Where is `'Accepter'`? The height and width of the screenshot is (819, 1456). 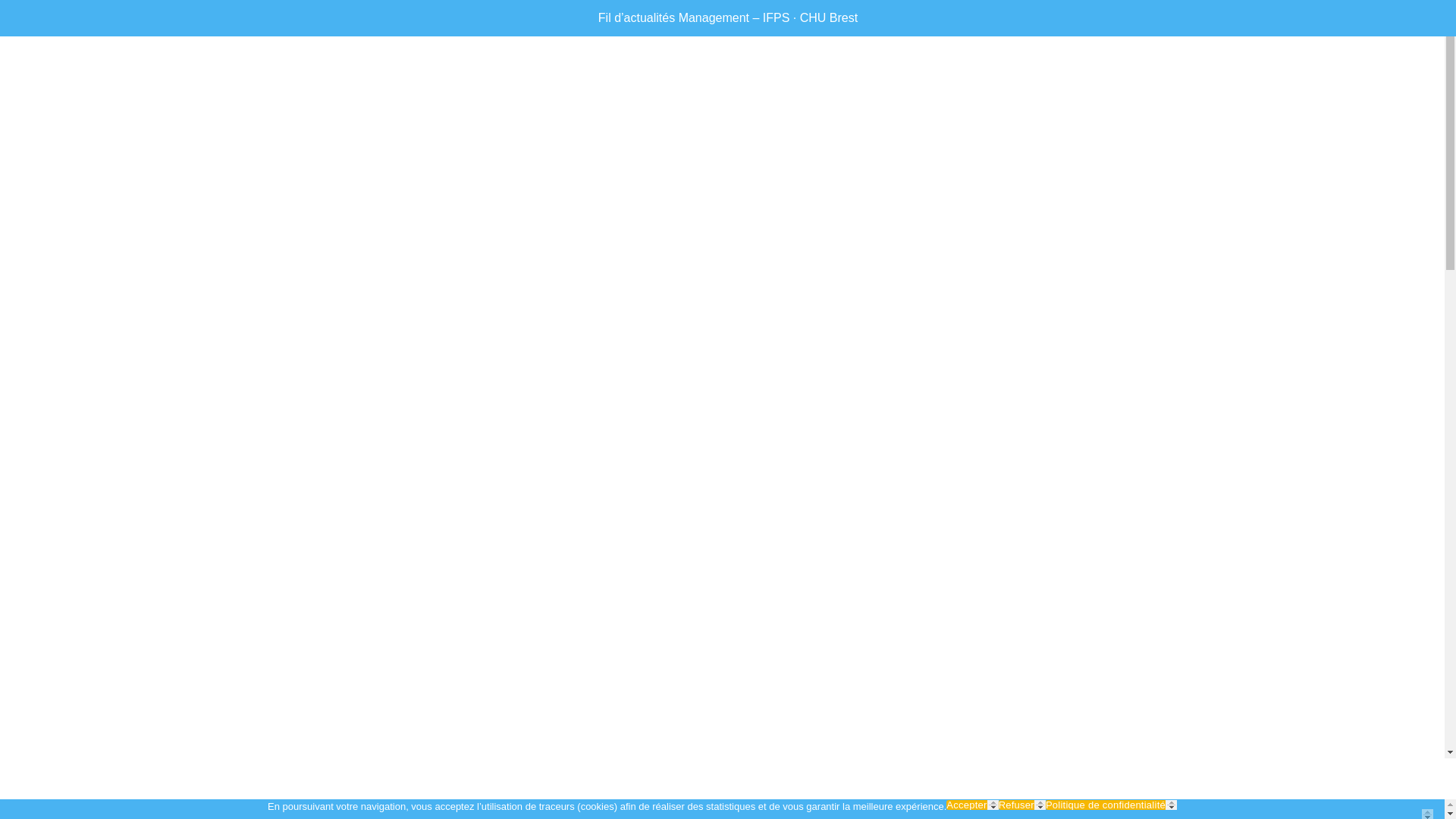
'Accepter' is located at coordinates (971, 804).